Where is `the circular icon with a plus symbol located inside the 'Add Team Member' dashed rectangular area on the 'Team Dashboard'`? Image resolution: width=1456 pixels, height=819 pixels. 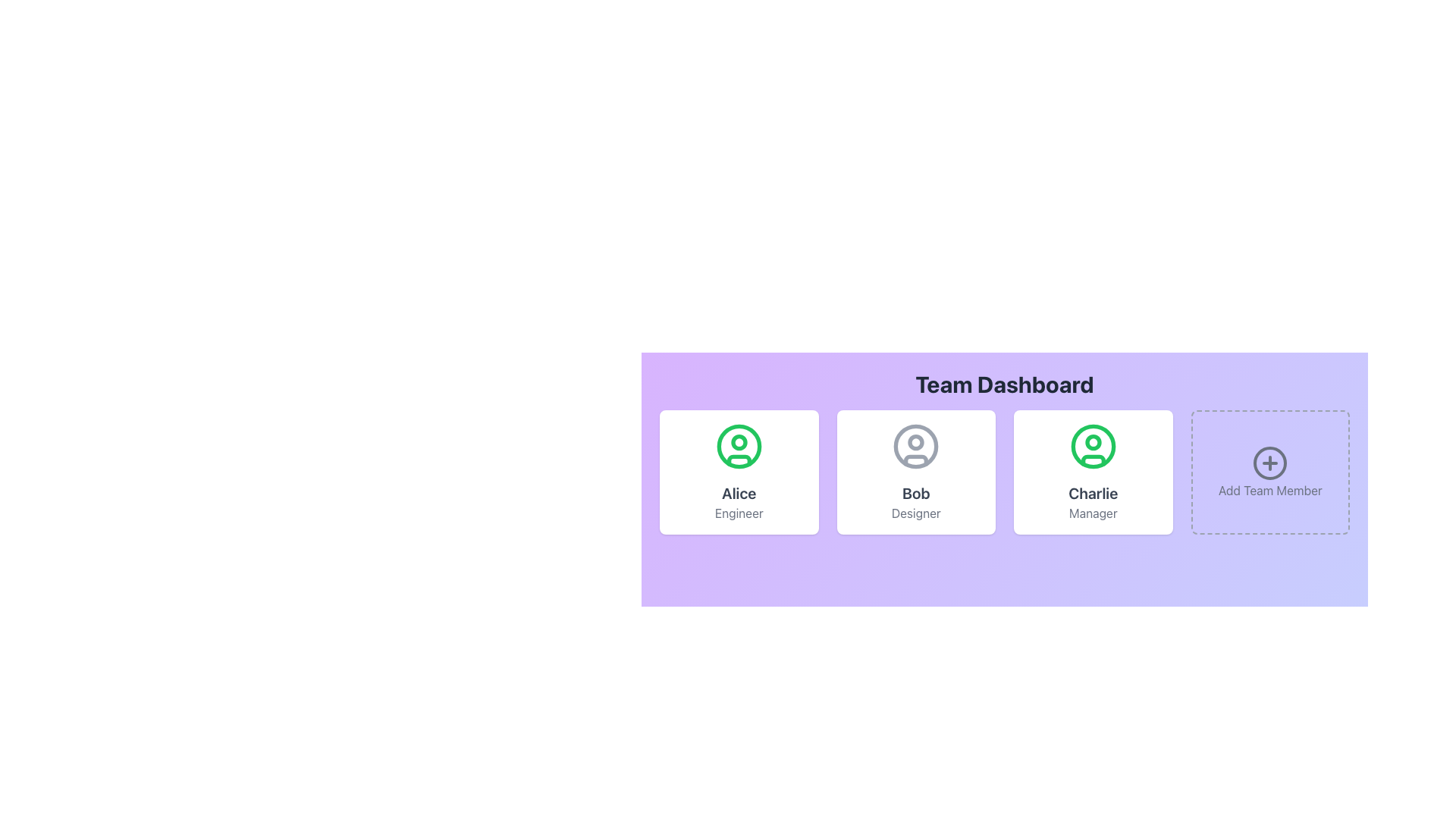
the circular icon with a plus symbol located inside the 'Add Team Member' dashed rectangular area on the 'Team Dashboard' is located at coordinates (1270, 462).